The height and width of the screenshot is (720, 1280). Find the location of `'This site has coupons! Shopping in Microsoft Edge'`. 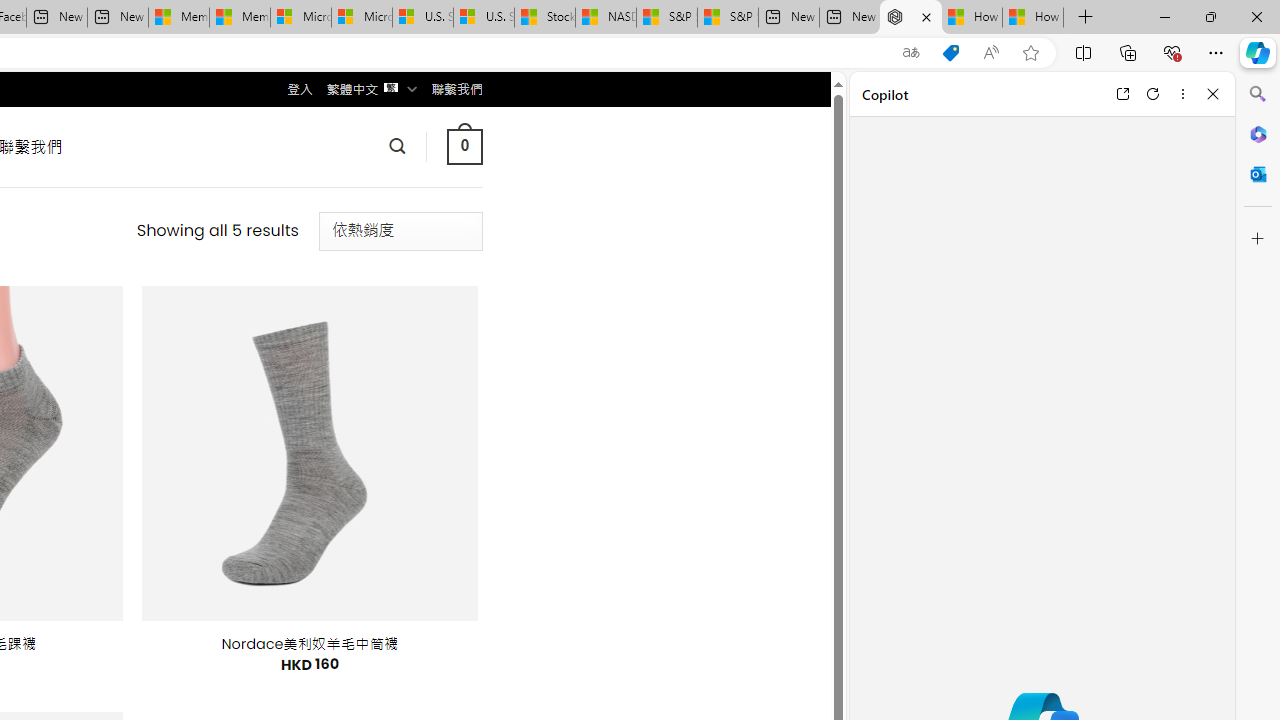

'This site has coupons! Shopping in Microsoft Edge' is located at coordinates (950, 52).